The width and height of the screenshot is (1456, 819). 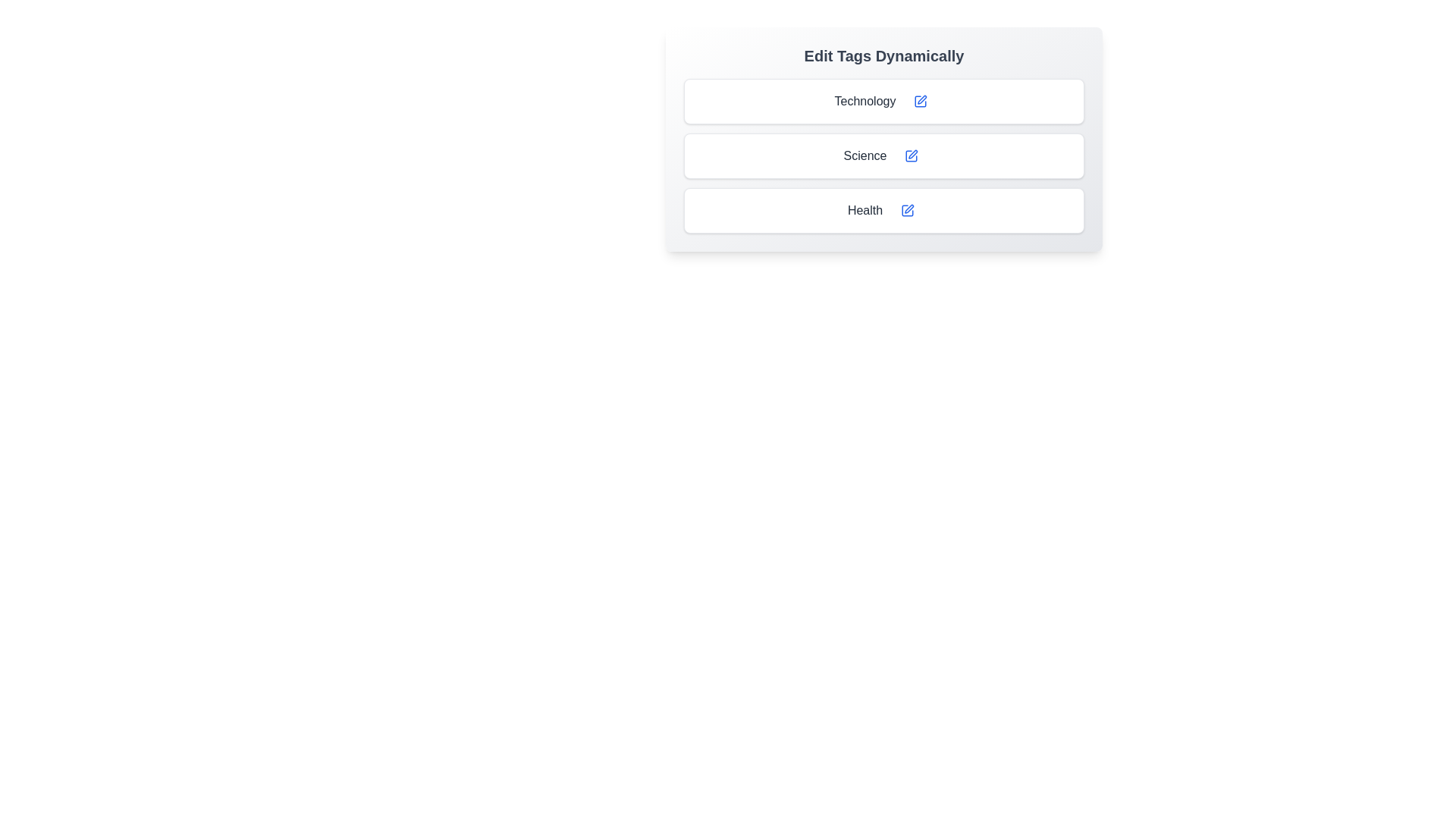 I want to click on the edit icon next to the Health tag, so click(x=908, y=210).